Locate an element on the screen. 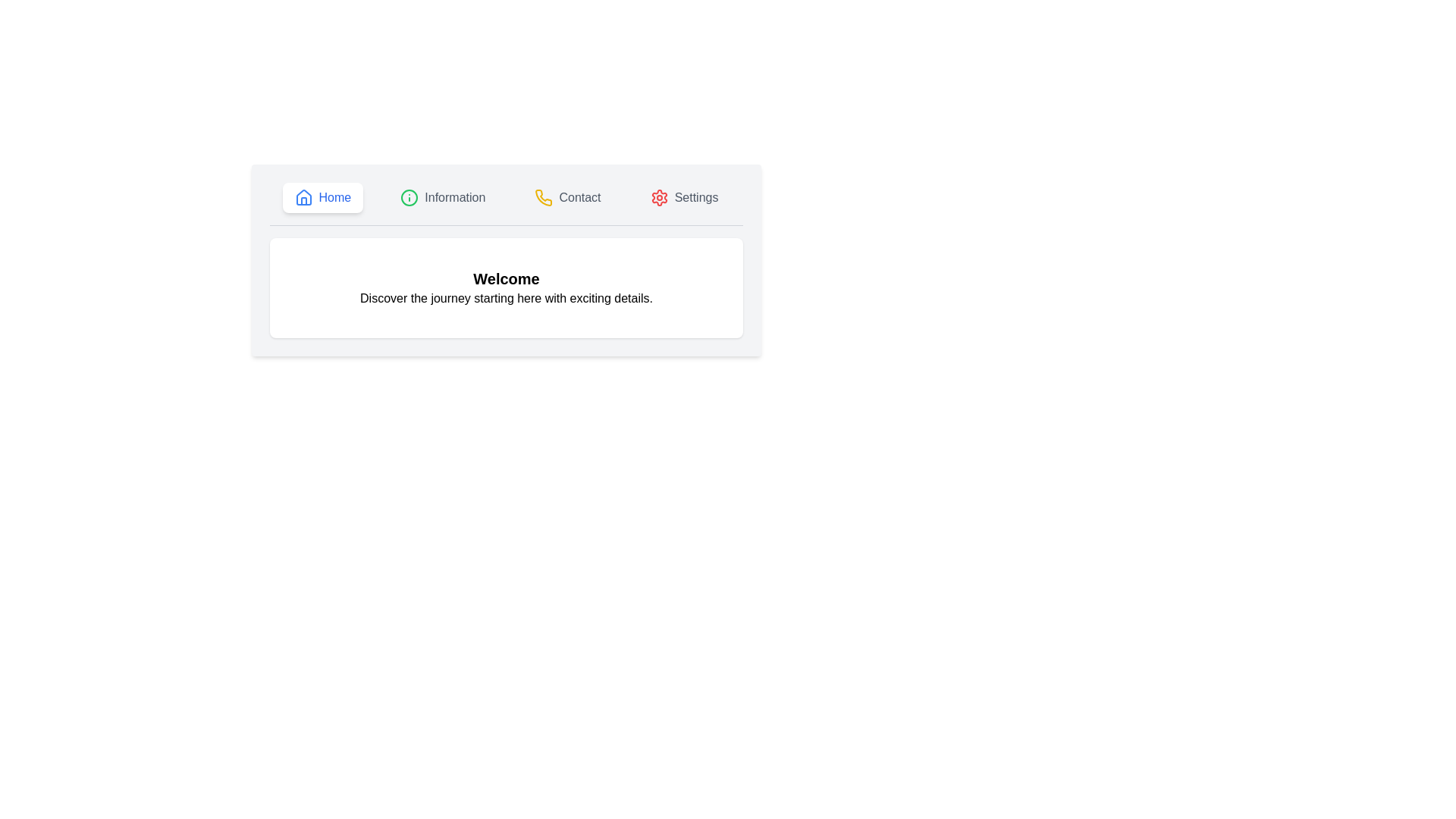 The height and width of the screenshot is (819, 1456). the 'Contact' icon in the menu bar, which serves as a visual indicator for communication functionality, located between 'Information' and 'Settings' is located at coordinates (544, 197).